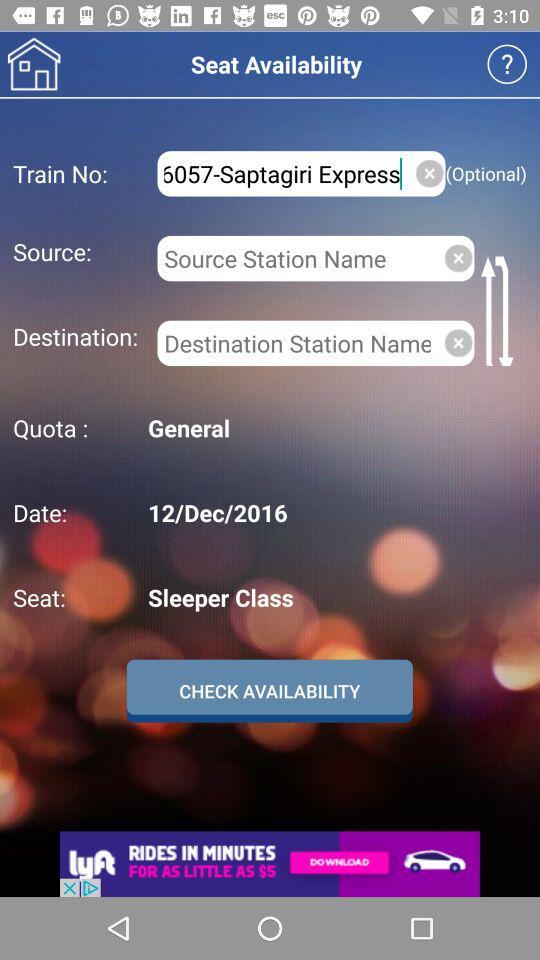 The image size is (540, 960). Describe the element at coordinates (499, 310) in the screenshot. I see `swap options` at that location.